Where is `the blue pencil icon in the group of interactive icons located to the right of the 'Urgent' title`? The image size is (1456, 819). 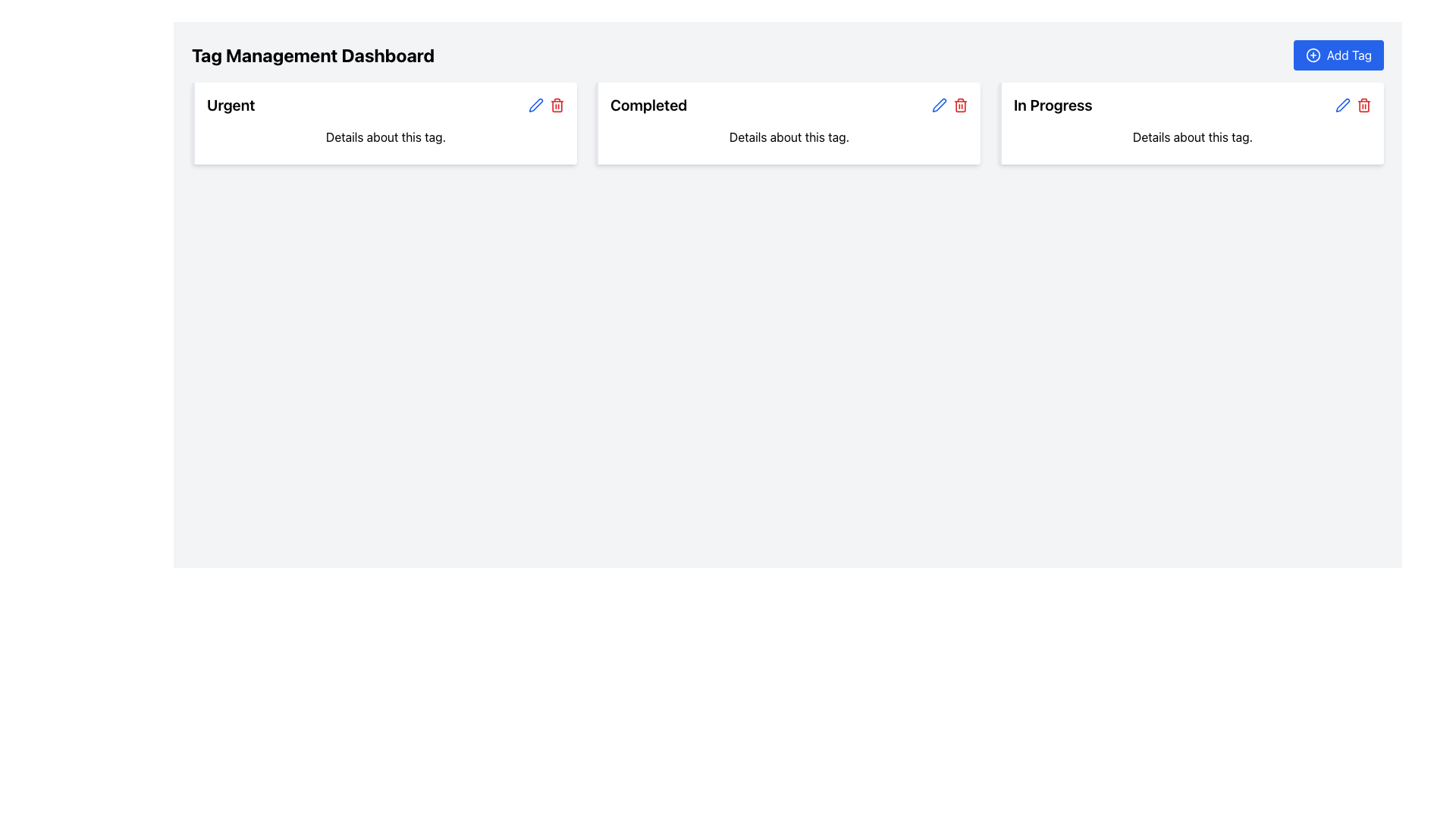 the blue pencil icon in the group of interactive icons located to the right of the 'Urgent' title is located at coordinates (546, 104).